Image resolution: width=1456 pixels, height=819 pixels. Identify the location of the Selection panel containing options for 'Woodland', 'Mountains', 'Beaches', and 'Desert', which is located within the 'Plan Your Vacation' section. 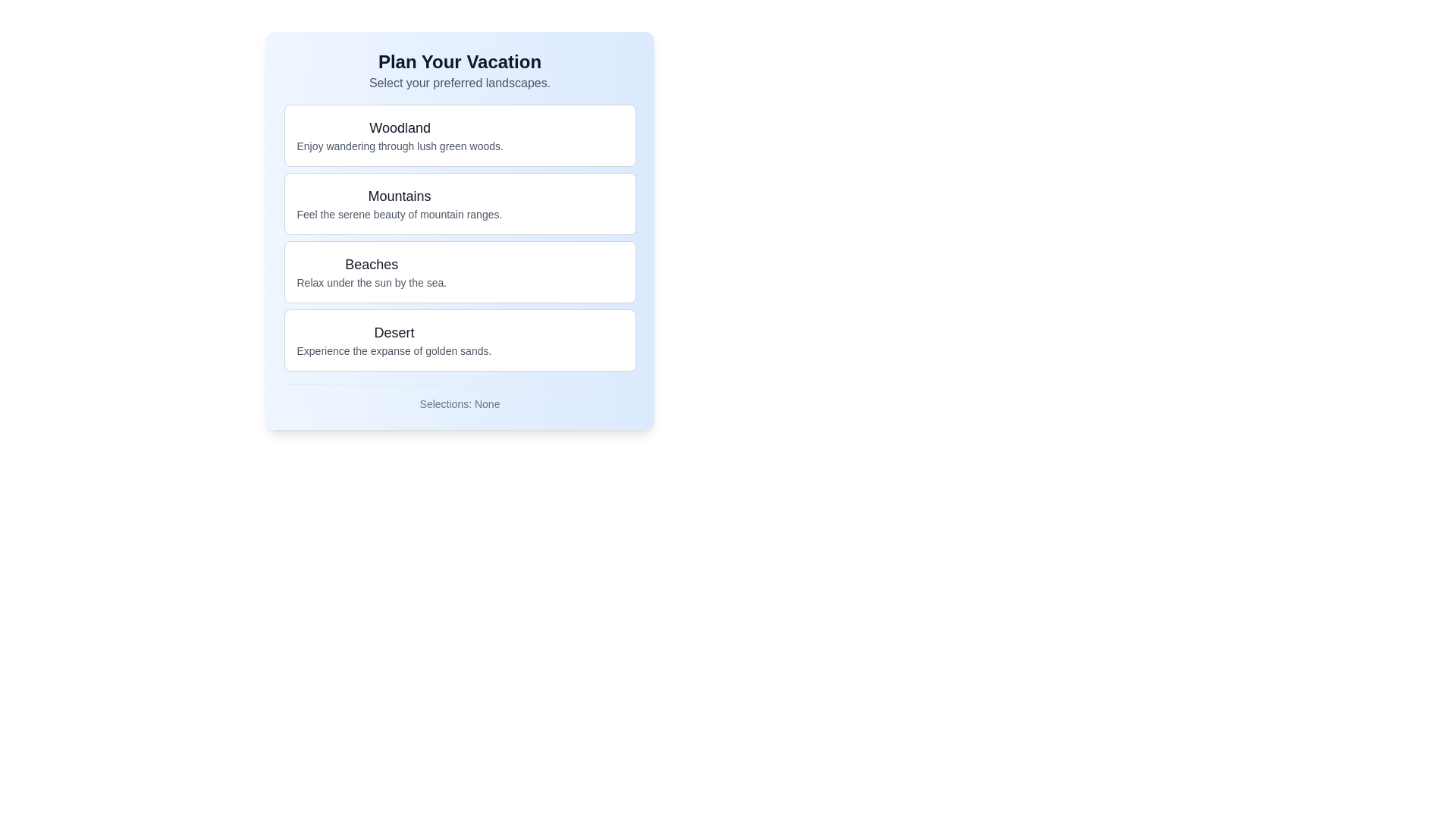
(459, 237).